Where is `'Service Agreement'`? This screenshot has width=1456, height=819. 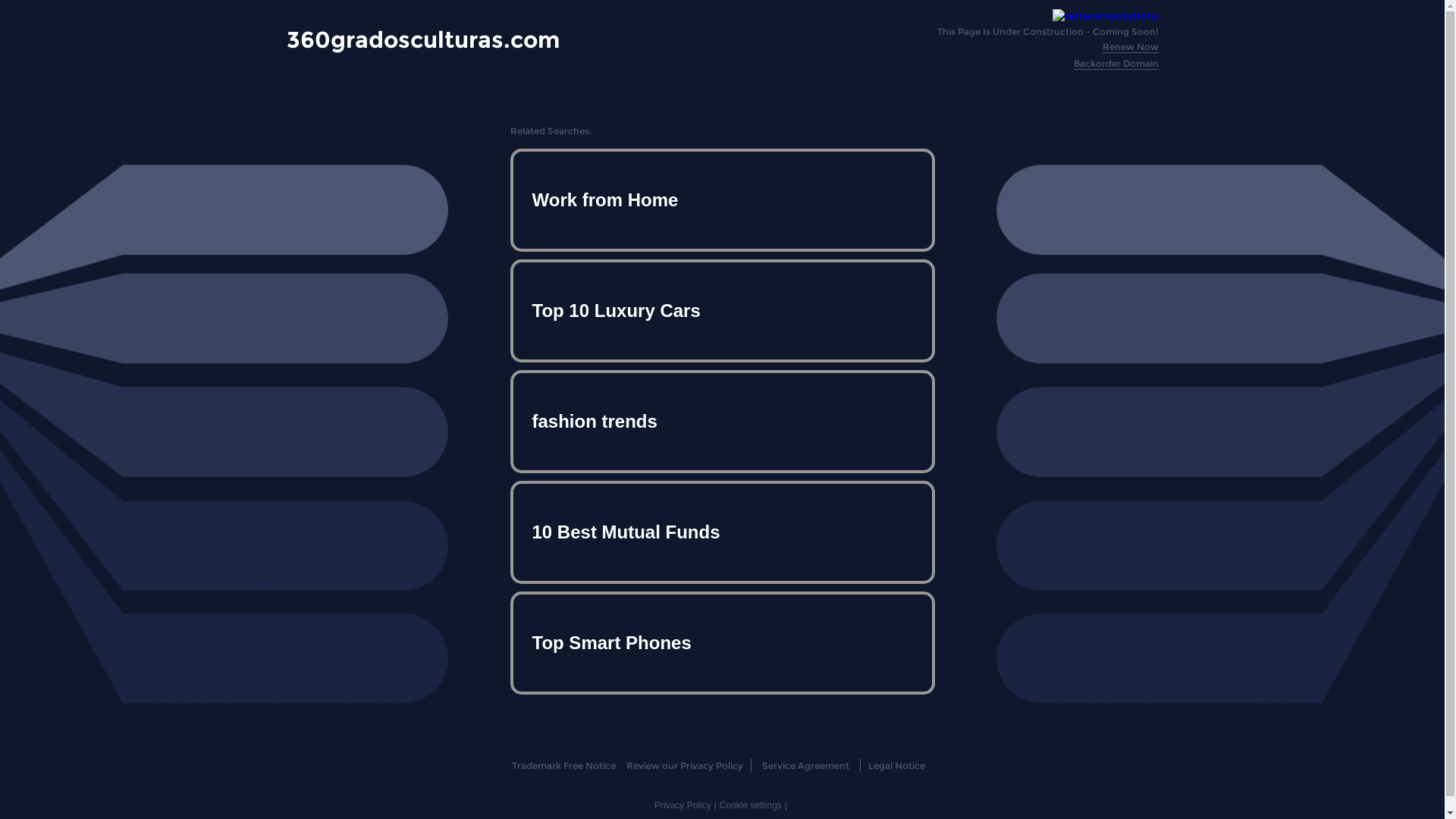 'Service Agreement' is located at coordinates (805, 765).